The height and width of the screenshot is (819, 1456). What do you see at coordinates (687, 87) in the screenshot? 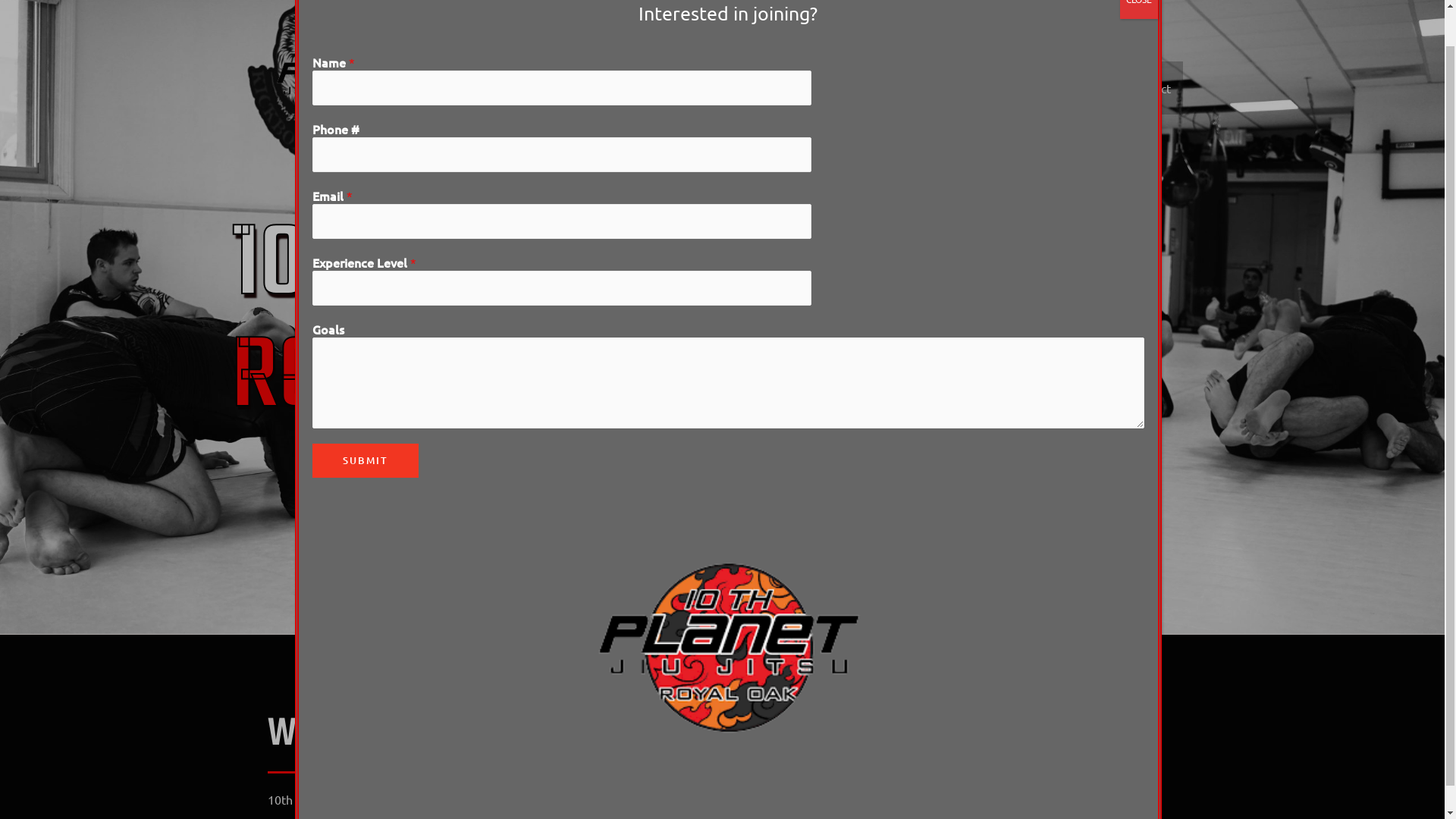
I see `'Home'` at bounding box center [687, 87].